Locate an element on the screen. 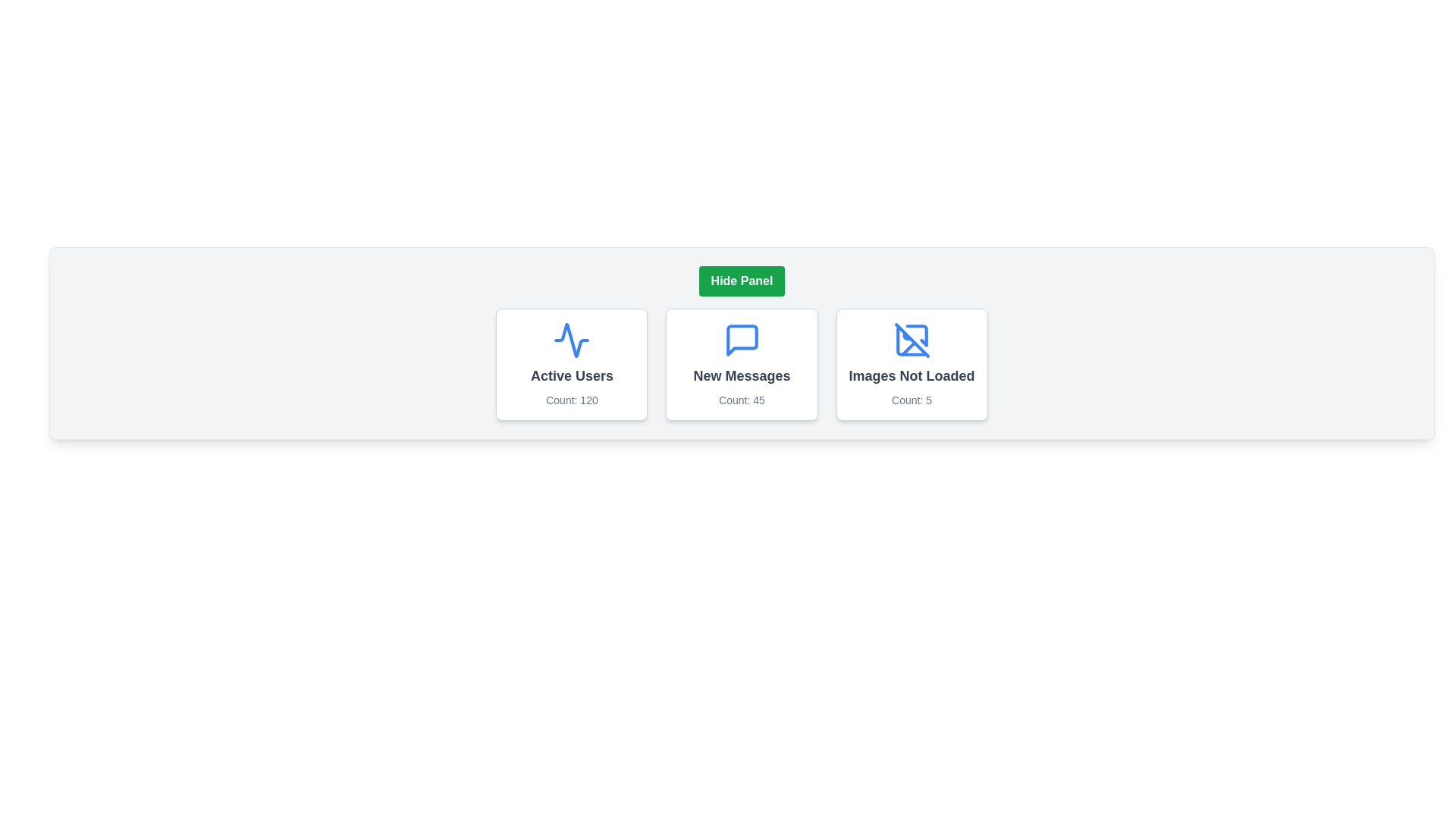 The image size is (1456, 819). the text label that displays the numerical value for 'Count', which indicates the number of 'New Messages' is located at coordinates (742, 400).